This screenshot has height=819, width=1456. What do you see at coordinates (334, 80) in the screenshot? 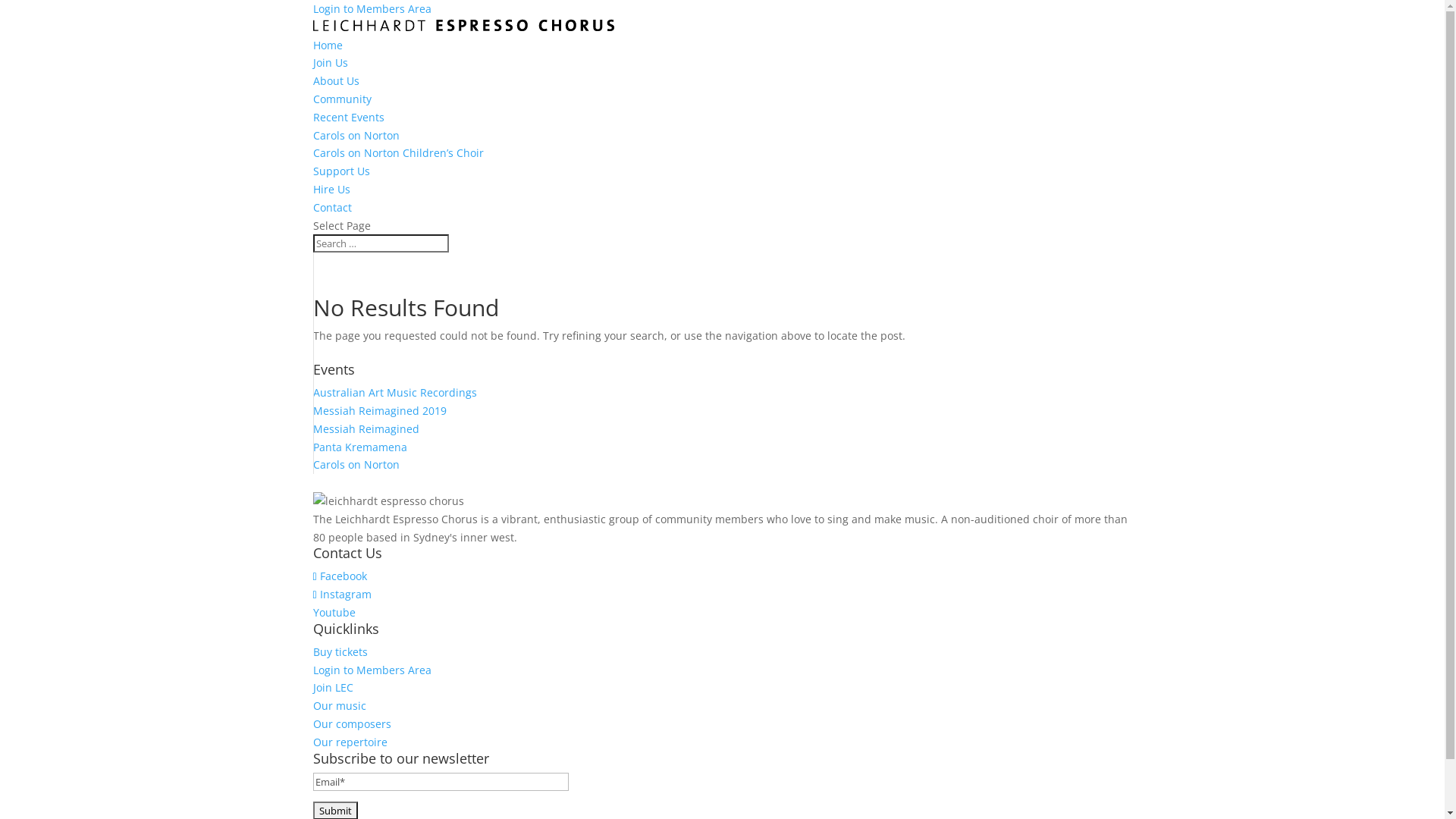
I see `'About Us'` at bounding box center [334, 80].